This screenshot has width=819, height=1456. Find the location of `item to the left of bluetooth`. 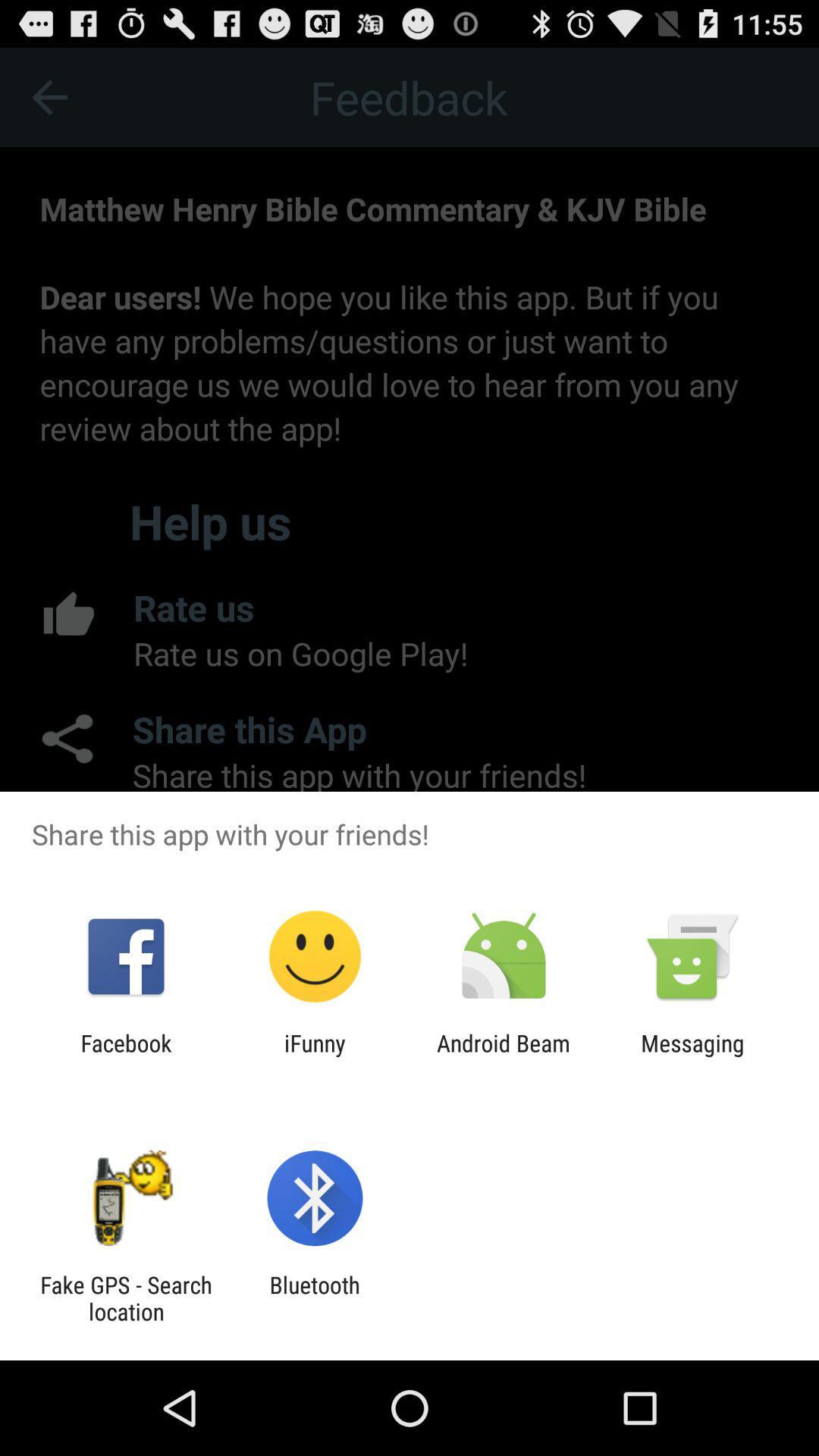

item to the left of bluetooth is located at coordinates (125, 1298).